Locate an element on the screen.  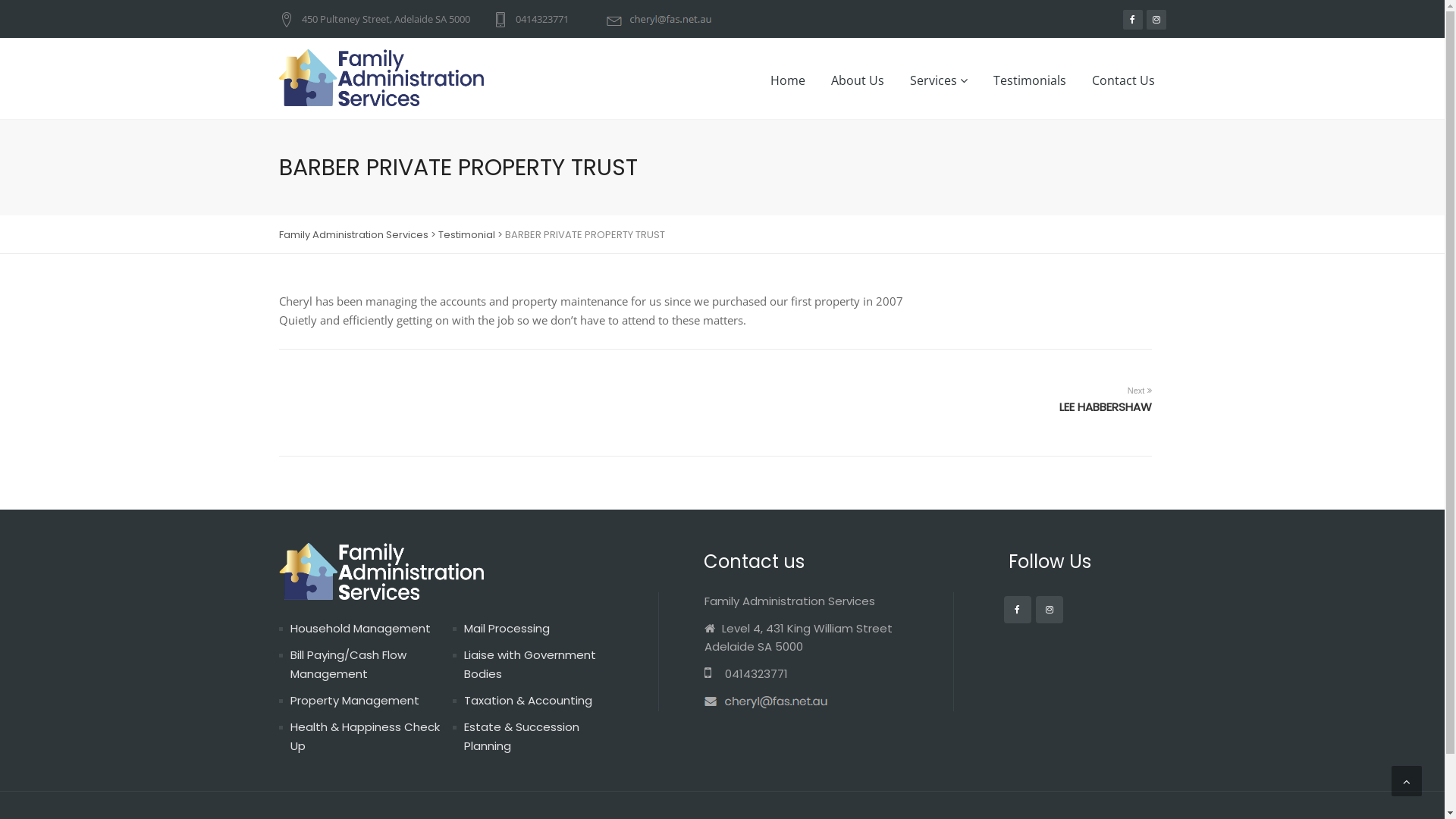
'Mail Processing' is located at coordinates (507, 628).